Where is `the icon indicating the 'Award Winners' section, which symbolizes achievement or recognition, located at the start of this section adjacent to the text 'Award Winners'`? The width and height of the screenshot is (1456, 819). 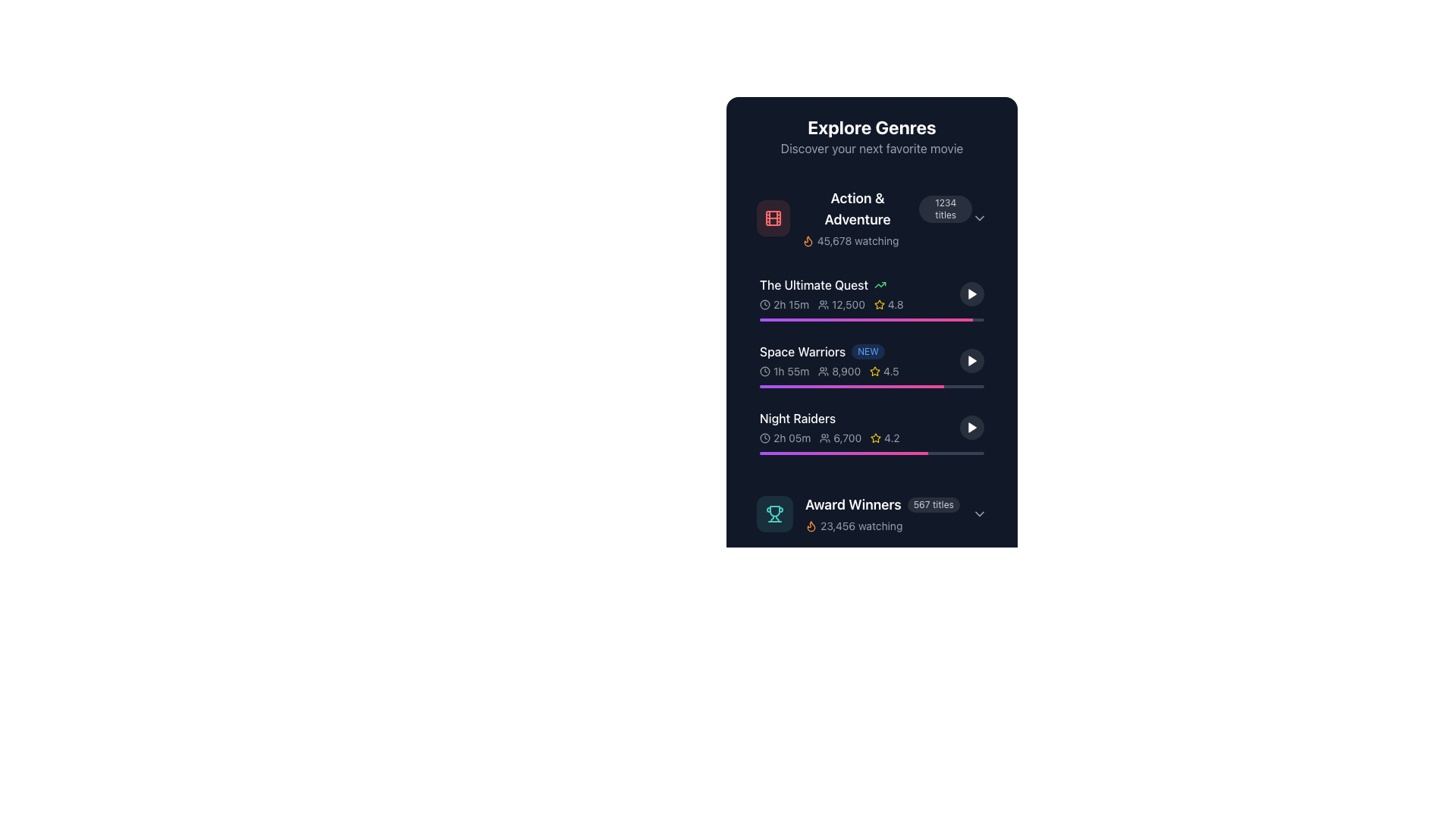
the icon indicating the 'Award Winners' section, which symbolizes achievement or recognition, located at the start of this section adjacent to the text 'Award Winners' is located at coordinates (775, 513).